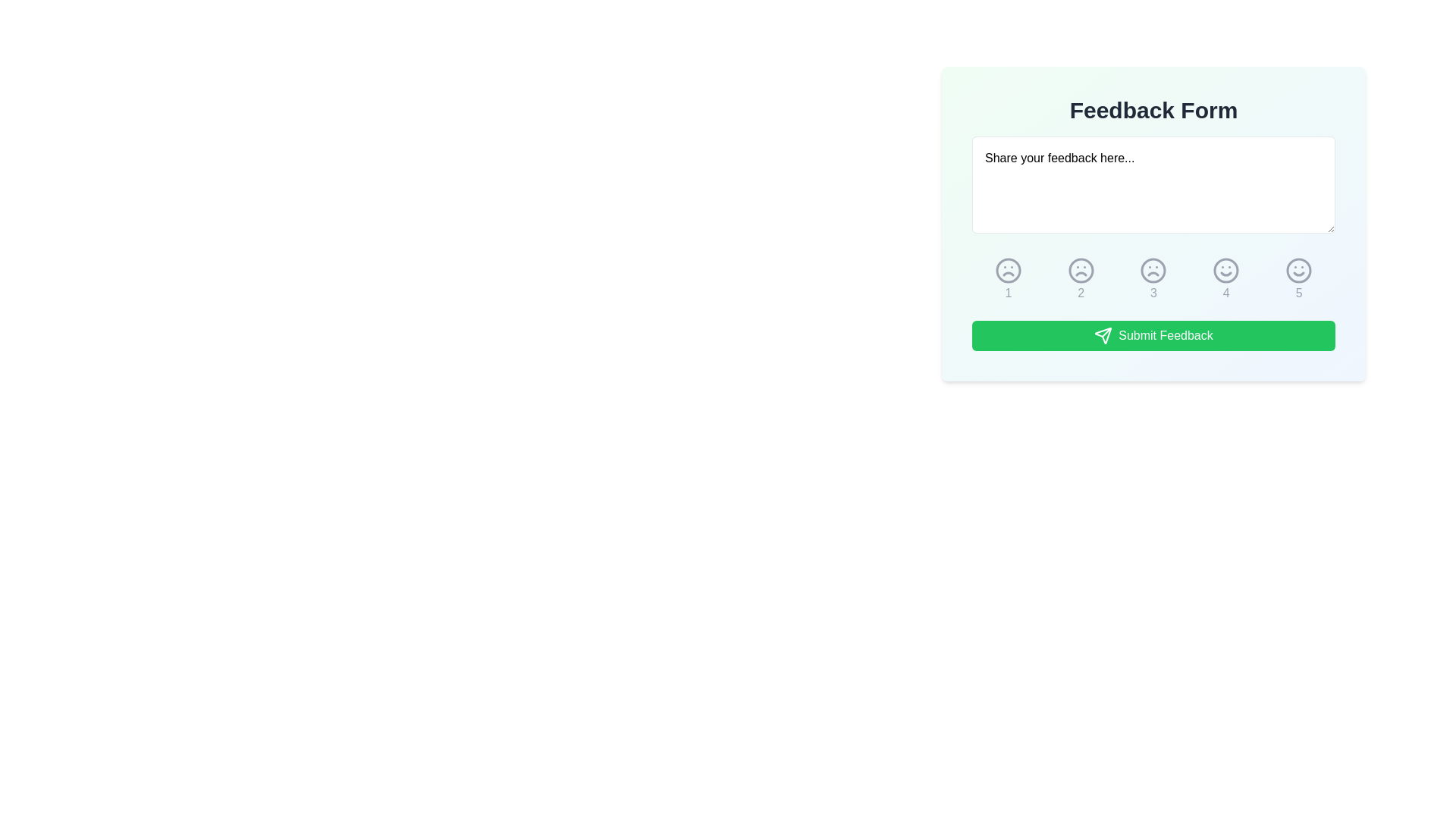  I want to click on the 'Submit Feedback' button that features the icon graphic on its right side, so click(1103, 335).